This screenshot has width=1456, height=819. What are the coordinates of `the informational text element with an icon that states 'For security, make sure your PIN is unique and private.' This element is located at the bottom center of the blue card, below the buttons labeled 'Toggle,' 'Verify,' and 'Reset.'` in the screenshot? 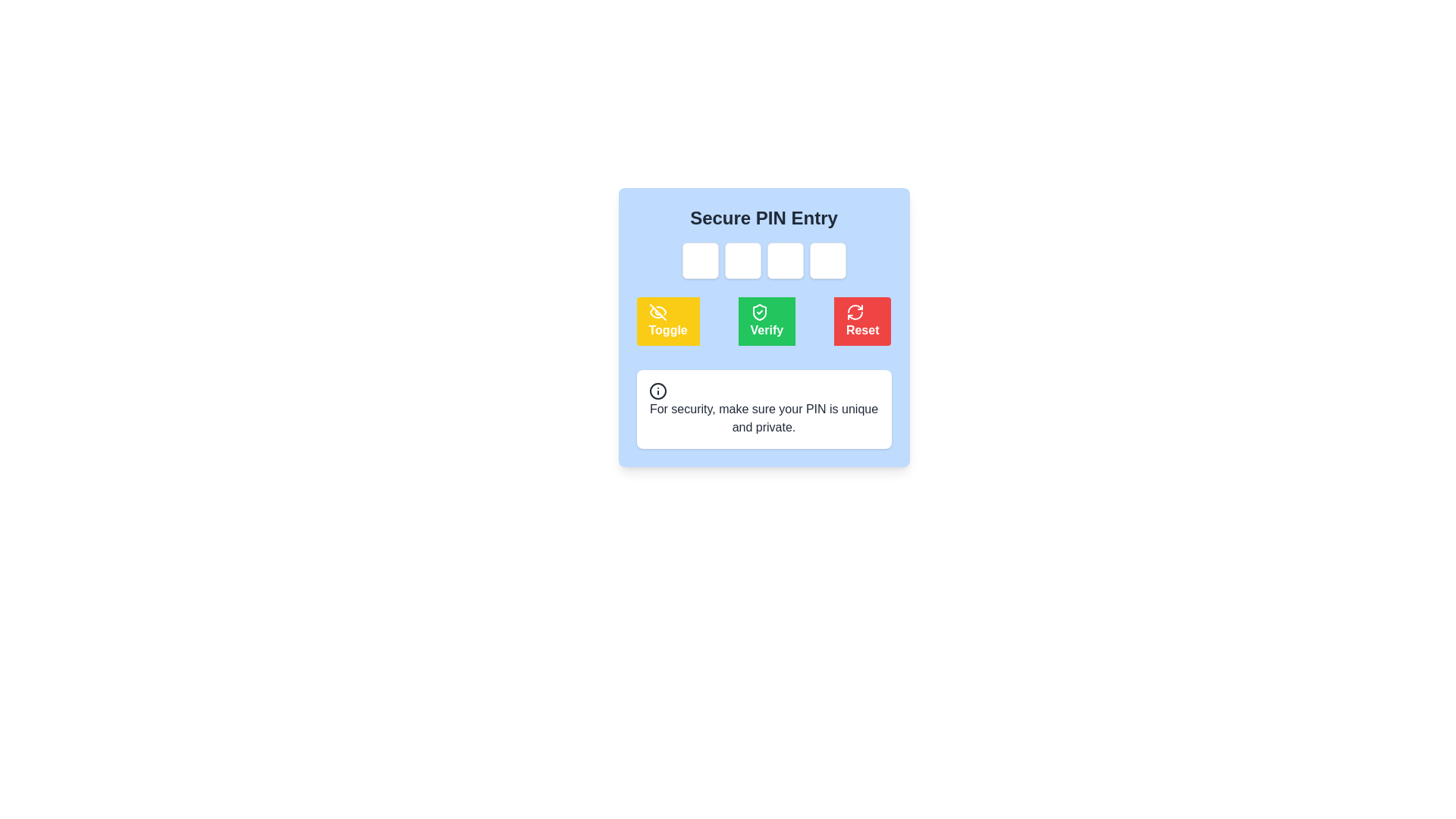 It's located at (764, 409).